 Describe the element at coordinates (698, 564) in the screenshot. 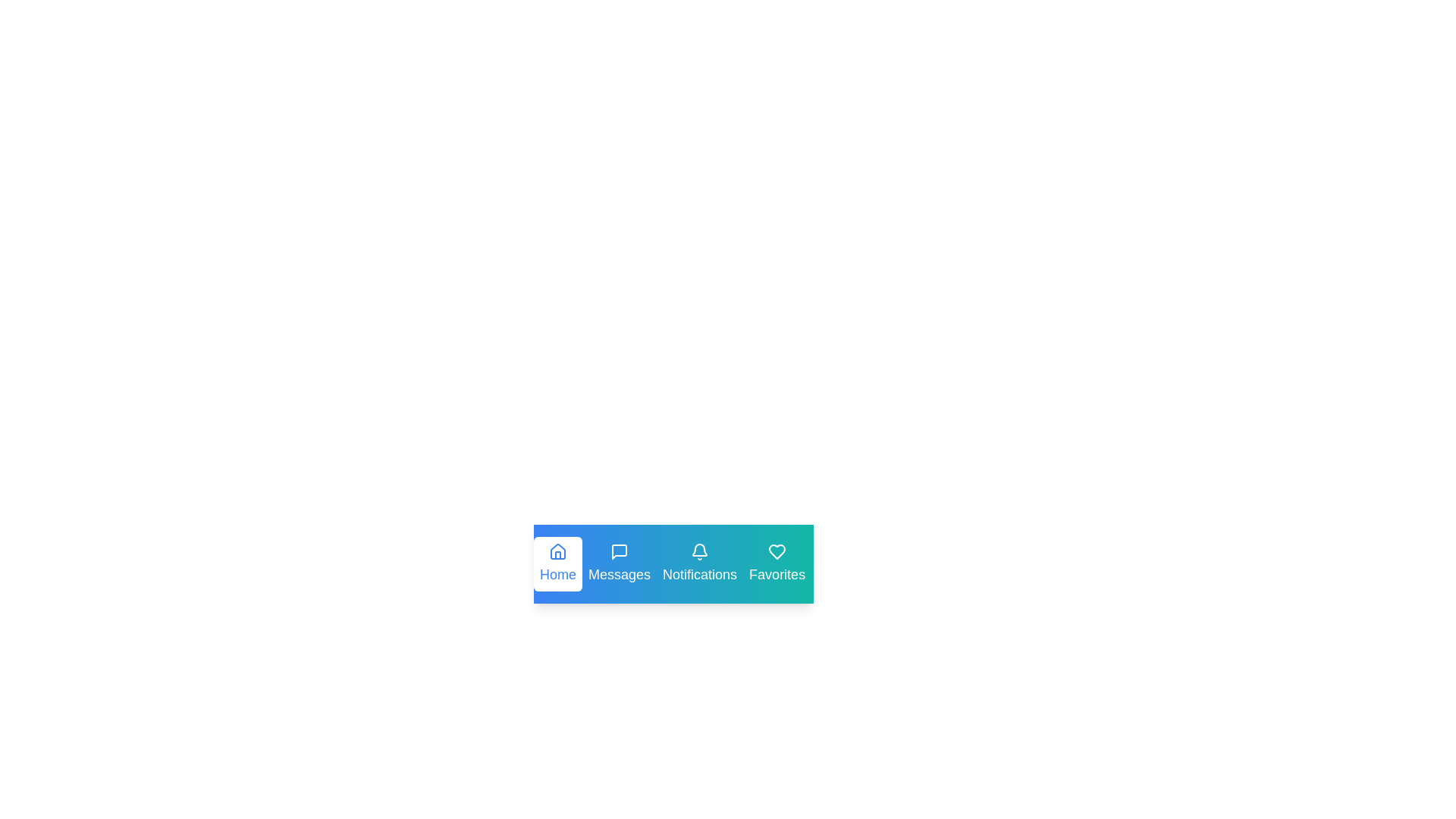

I see `the tab labeled Notifications to preview its interaction` at that location.